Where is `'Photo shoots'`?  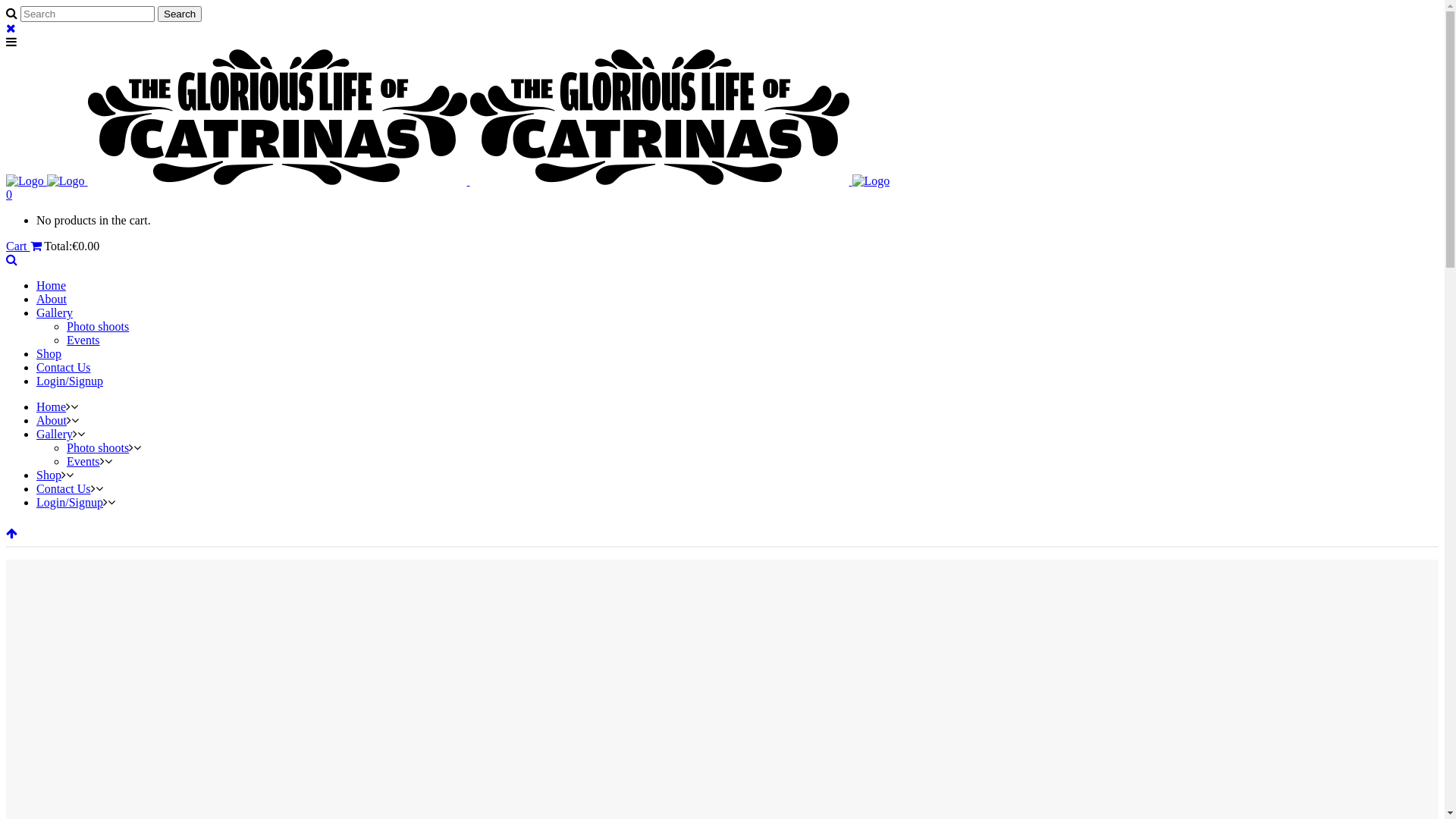
'Photo shoots' is located at coordinates (97, 447).